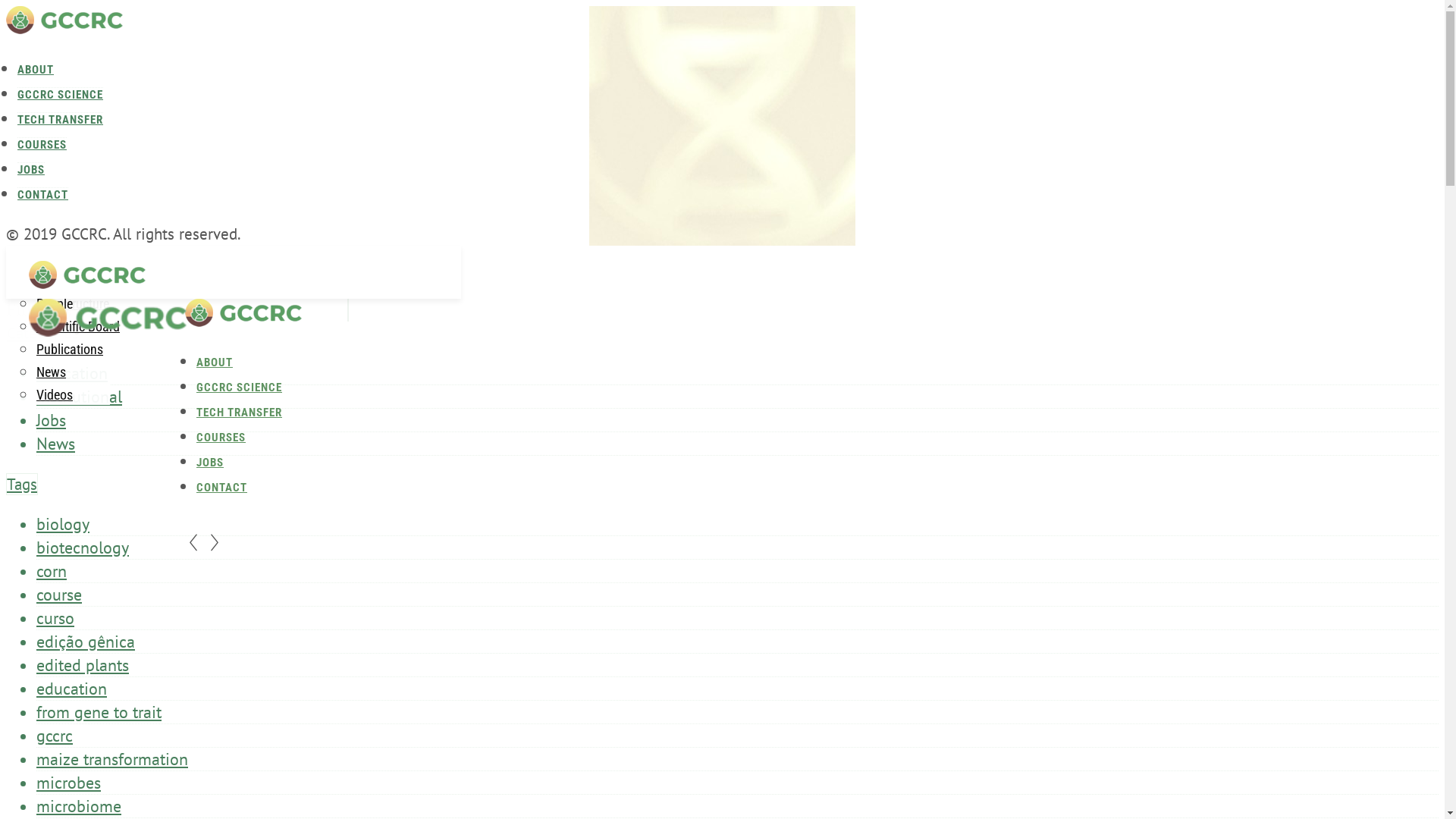 The image size is (1456, 819). Describe the element at coordinates (55, 734) in the screenshot. I see `'gccrc'` at that location.